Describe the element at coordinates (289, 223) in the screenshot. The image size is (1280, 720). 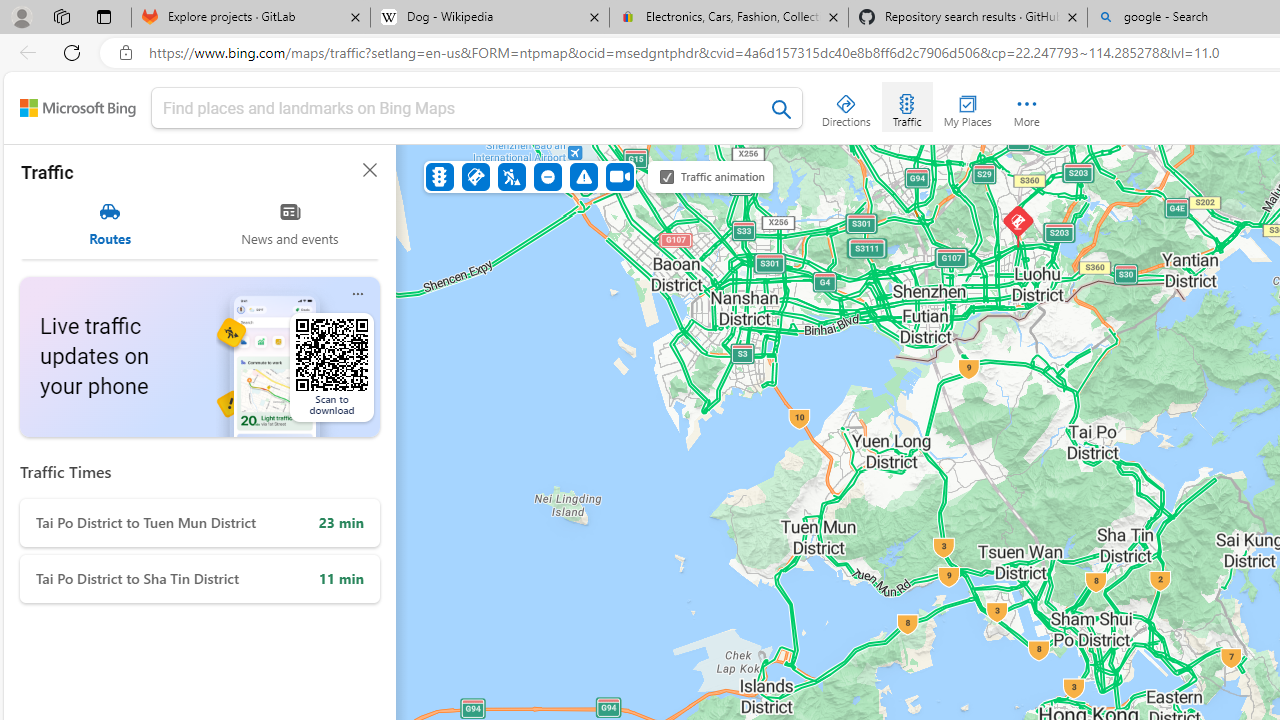
I see `'News and events'` at that location.